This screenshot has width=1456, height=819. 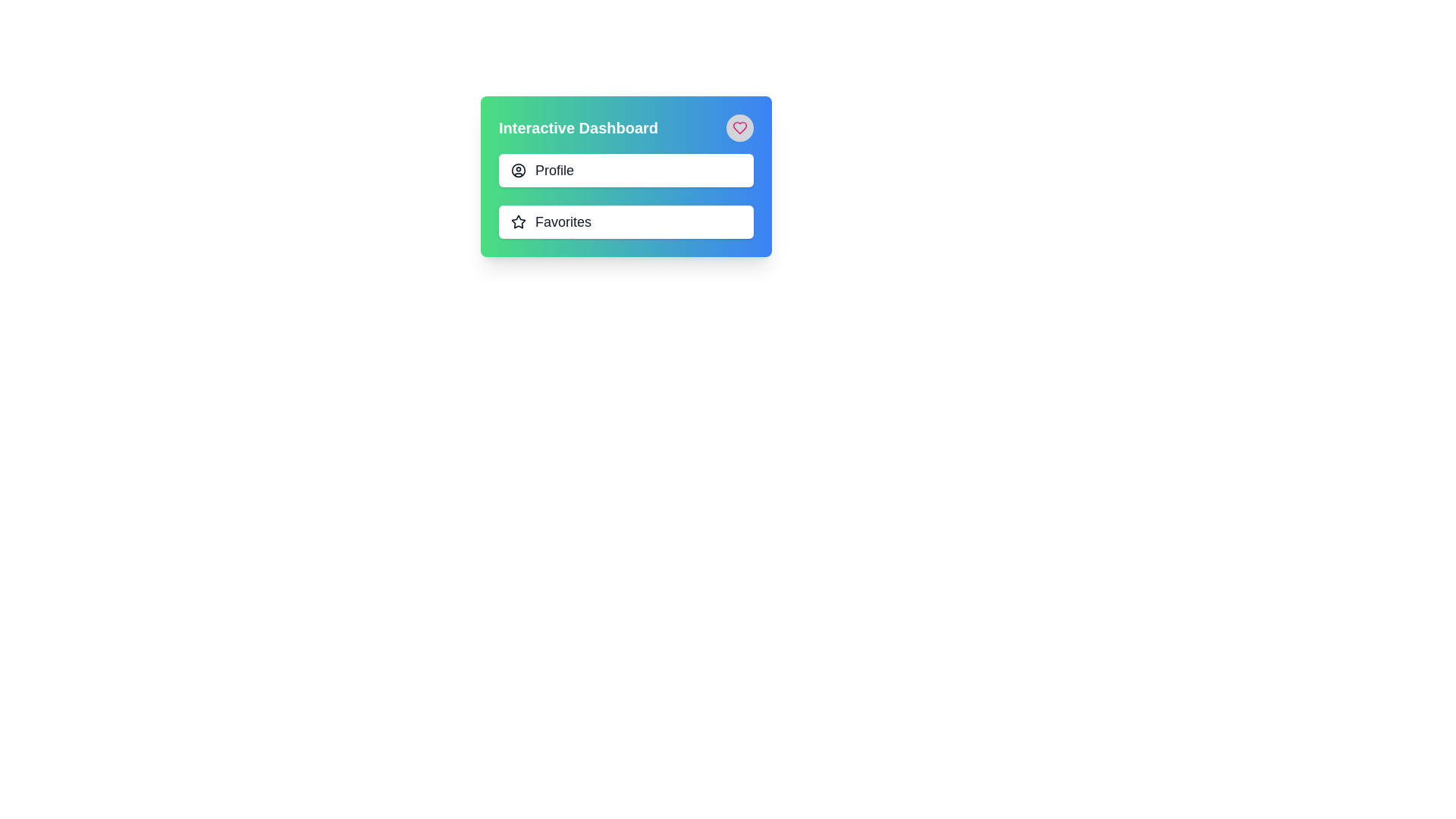 What do you see at coordinates (563, 222) in the screenshot?
I see `the 'Favorites' text label which is positioned adjacent to a star icon, serving as a descriptive label for the second menu option` at bounding box center [563, 222].